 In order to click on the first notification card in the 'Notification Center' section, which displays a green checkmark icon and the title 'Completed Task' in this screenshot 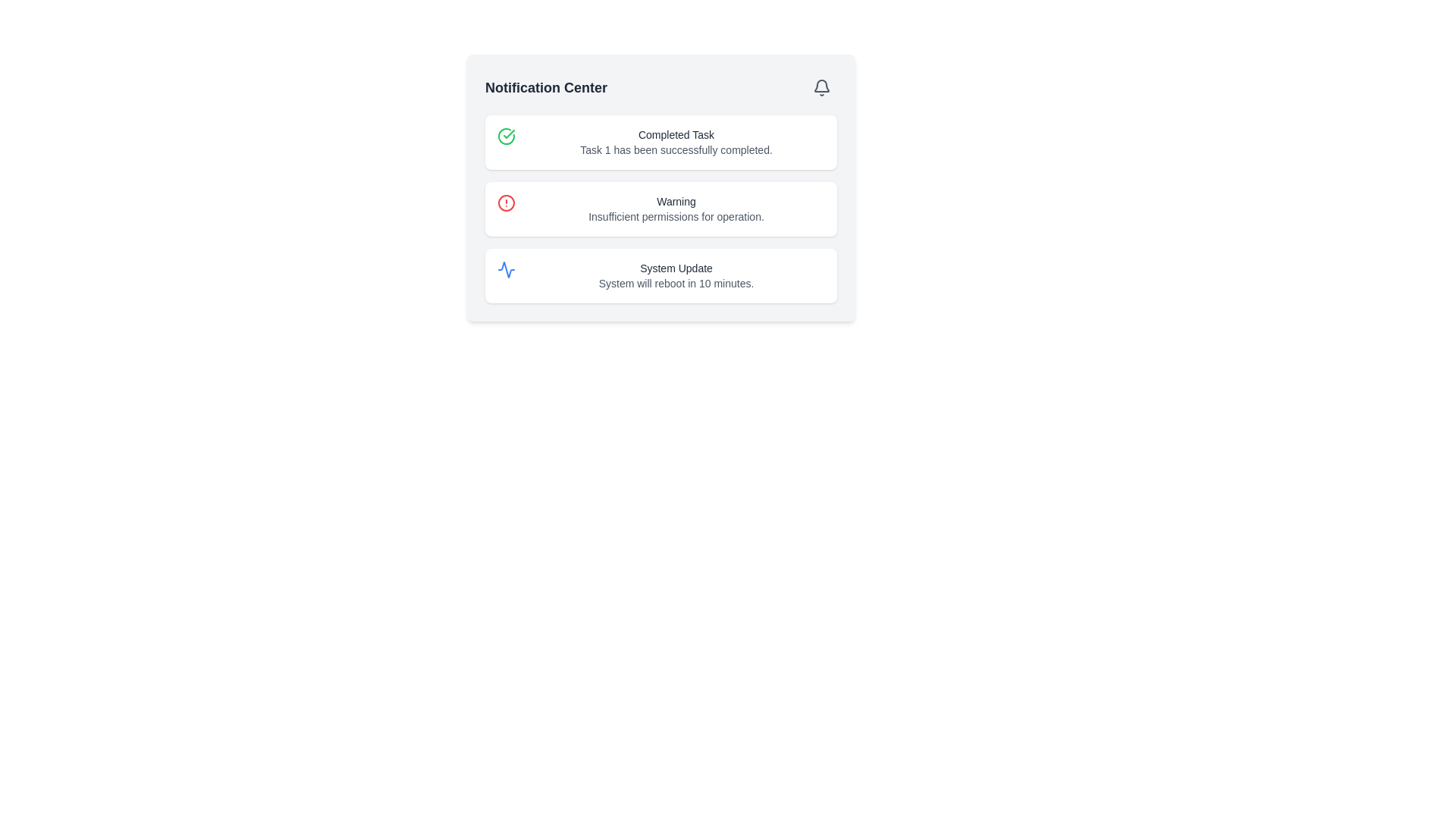, I will do `click(661, 143)`.